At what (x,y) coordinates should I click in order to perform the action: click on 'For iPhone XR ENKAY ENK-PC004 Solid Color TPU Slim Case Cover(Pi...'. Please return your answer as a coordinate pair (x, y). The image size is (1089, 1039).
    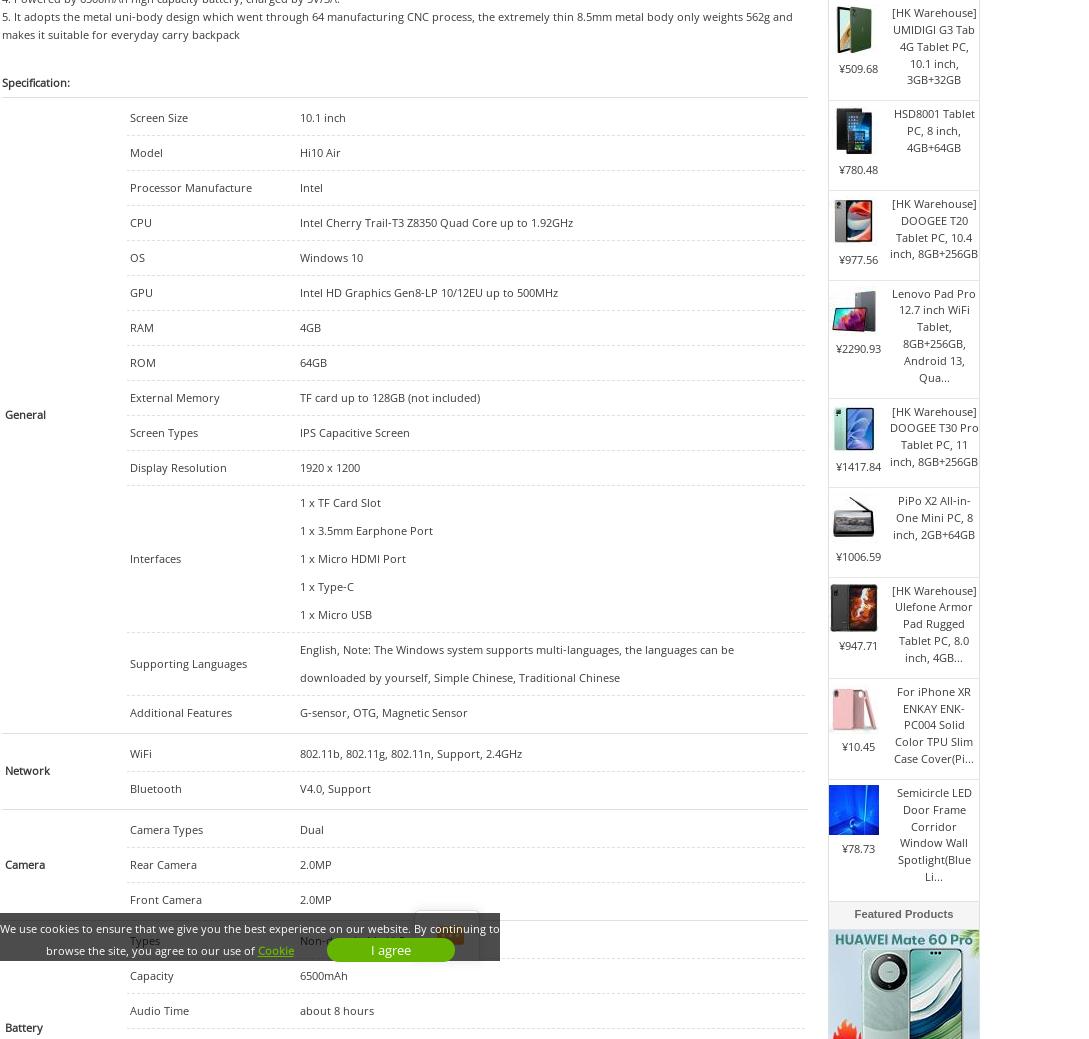
    Looking at the image, I should click on (933, 723).